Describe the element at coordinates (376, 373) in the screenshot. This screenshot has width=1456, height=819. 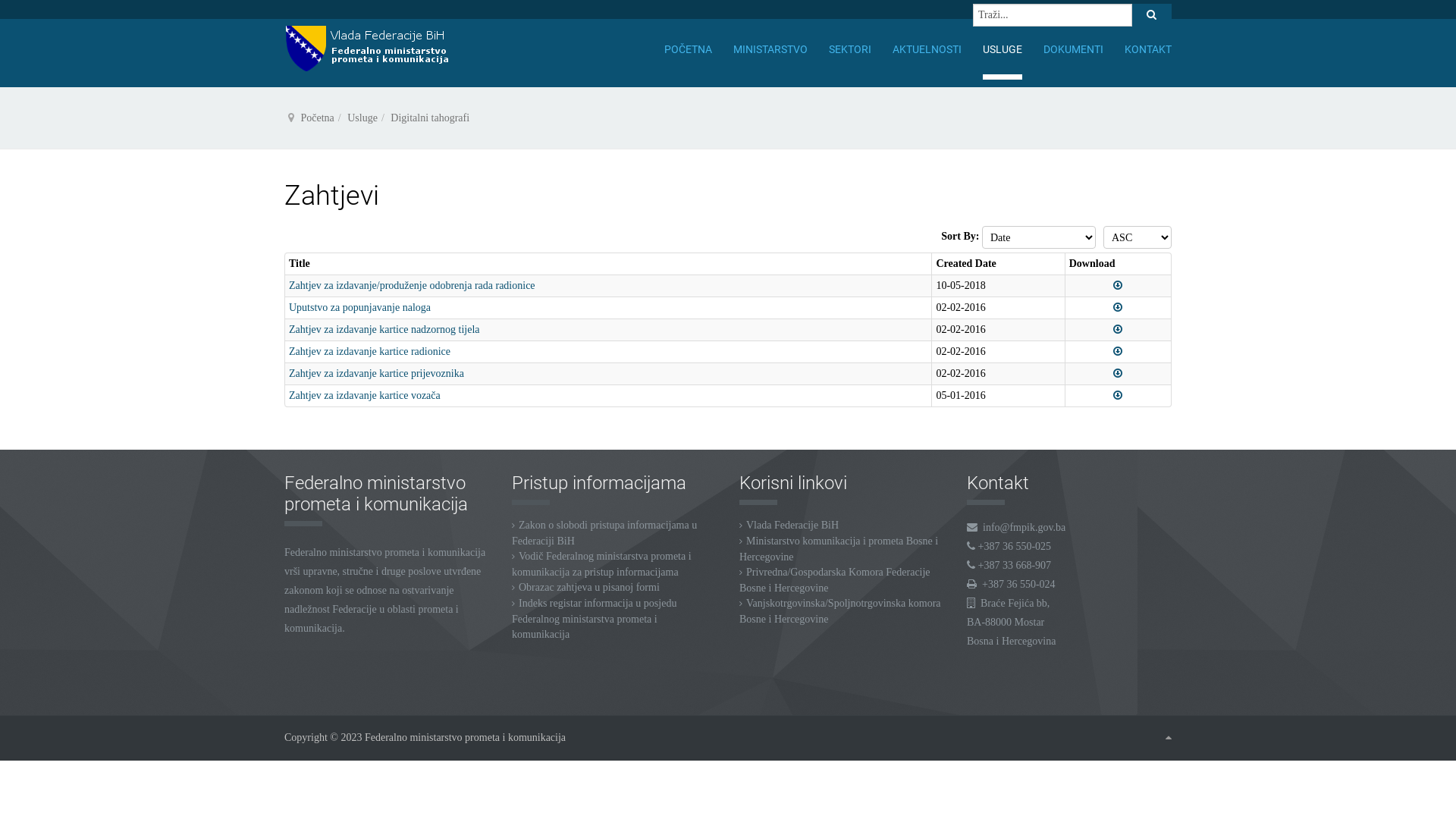
I see `'Zahtjev za izdavanje kartice prijevoznika'` at that location.